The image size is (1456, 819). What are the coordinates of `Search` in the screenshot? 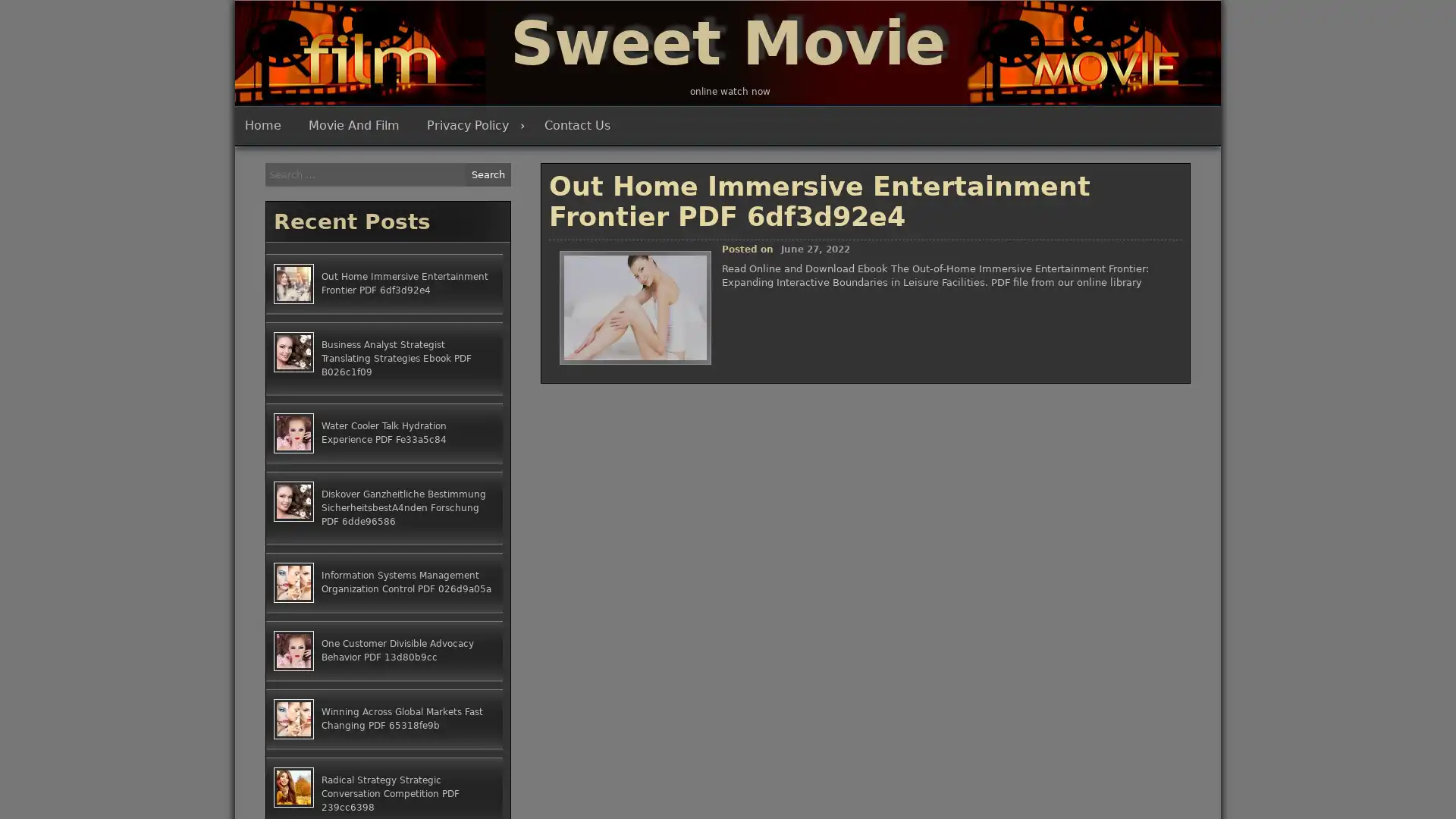 It's located at (488, 174).